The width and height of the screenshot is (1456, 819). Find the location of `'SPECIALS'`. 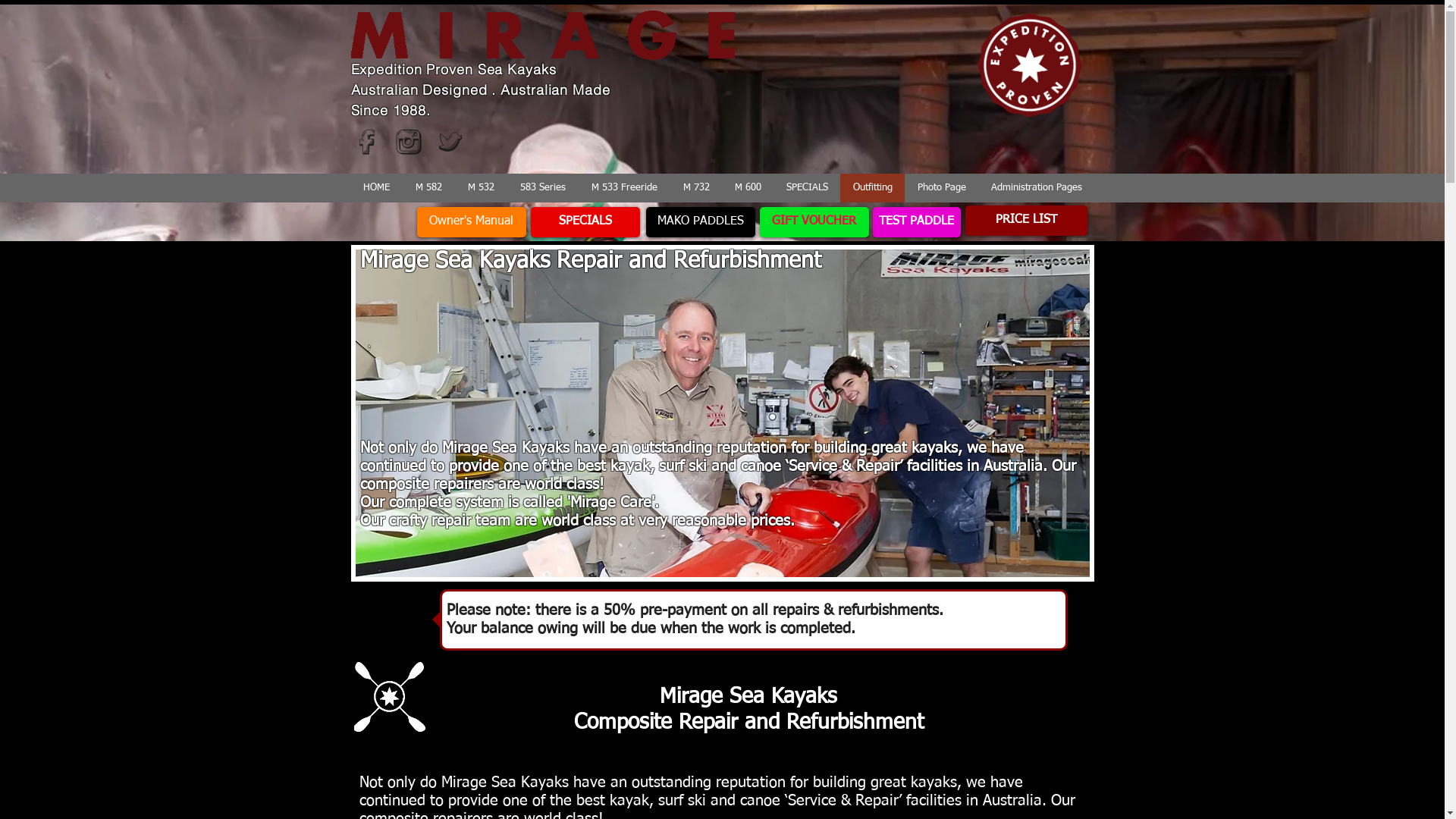

'SPECIALS' is located at coordinates (806, 187).